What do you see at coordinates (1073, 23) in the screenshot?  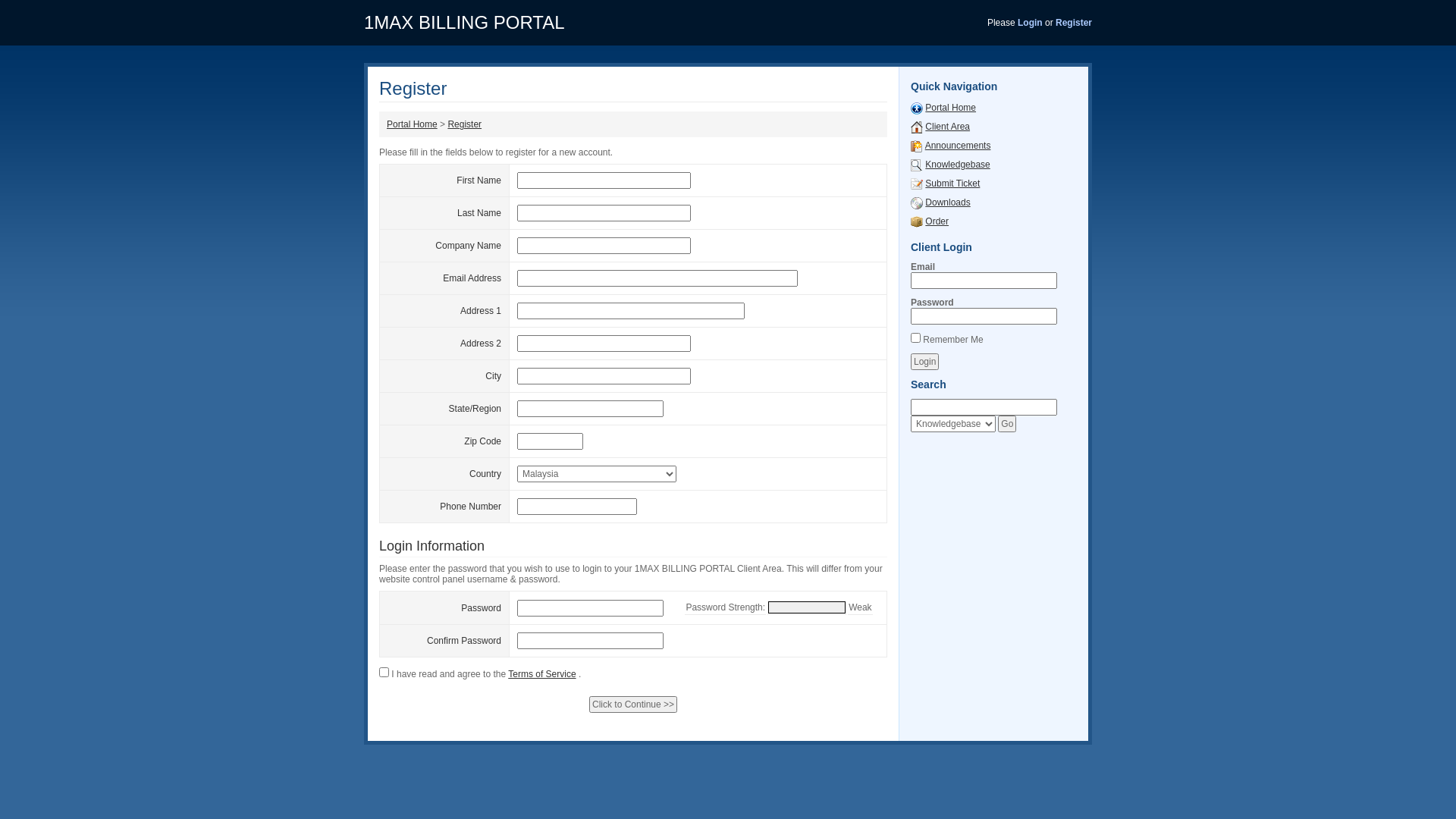 I see `'Register'` at bounding box center [1073, 23].